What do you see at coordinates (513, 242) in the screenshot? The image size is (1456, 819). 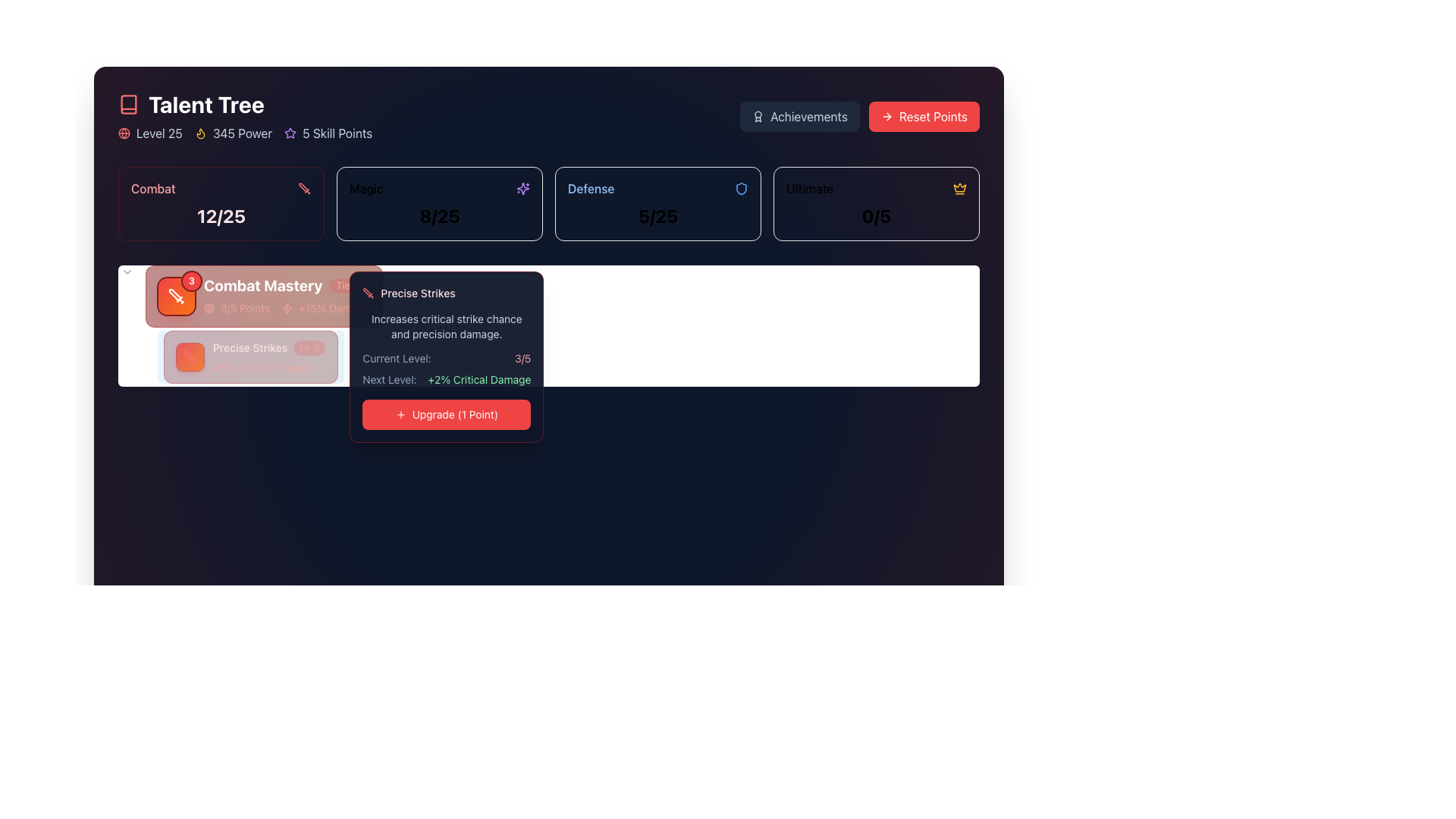 I see `the Share button located on the top section of the interface, which is the second interactive element in a horizontal line, right-aligned to the heart icon` at bounding box center [513, 242].